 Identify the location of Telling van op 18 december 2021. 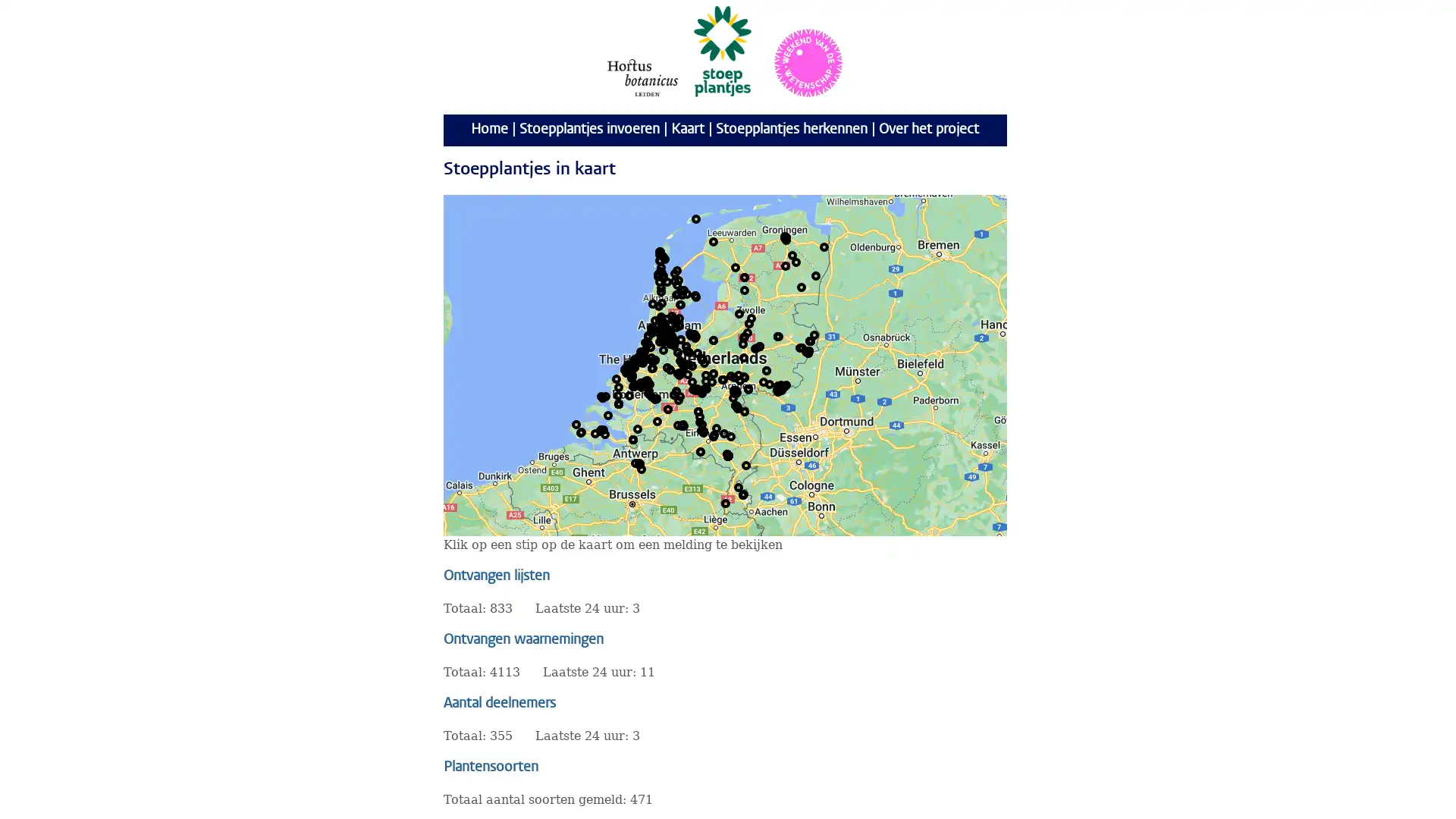
(711, 380).